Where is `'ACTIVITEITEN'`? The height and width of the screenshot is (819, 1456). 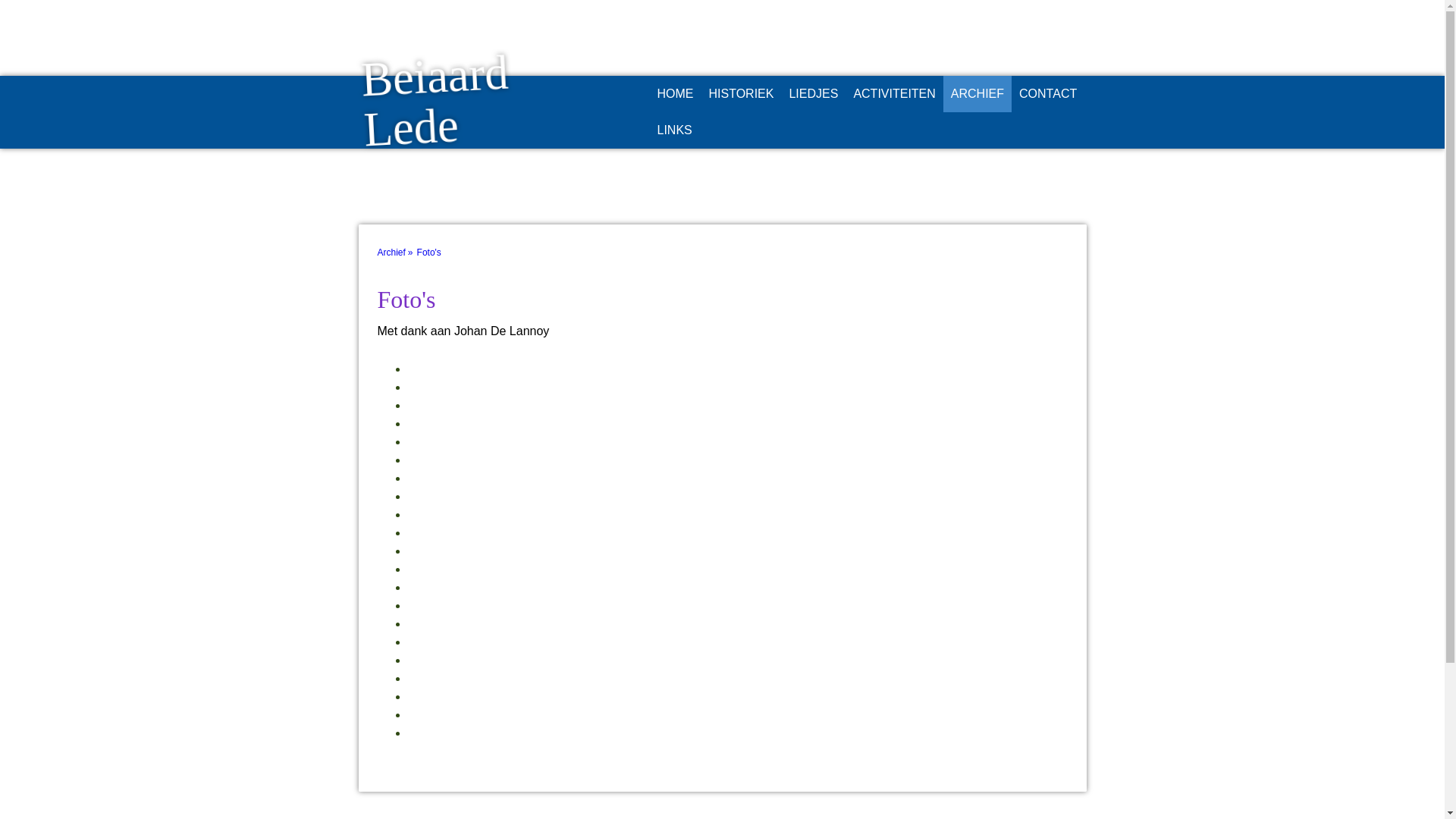 'ACTIVITEITEN' is located at coordinates (894, 93).